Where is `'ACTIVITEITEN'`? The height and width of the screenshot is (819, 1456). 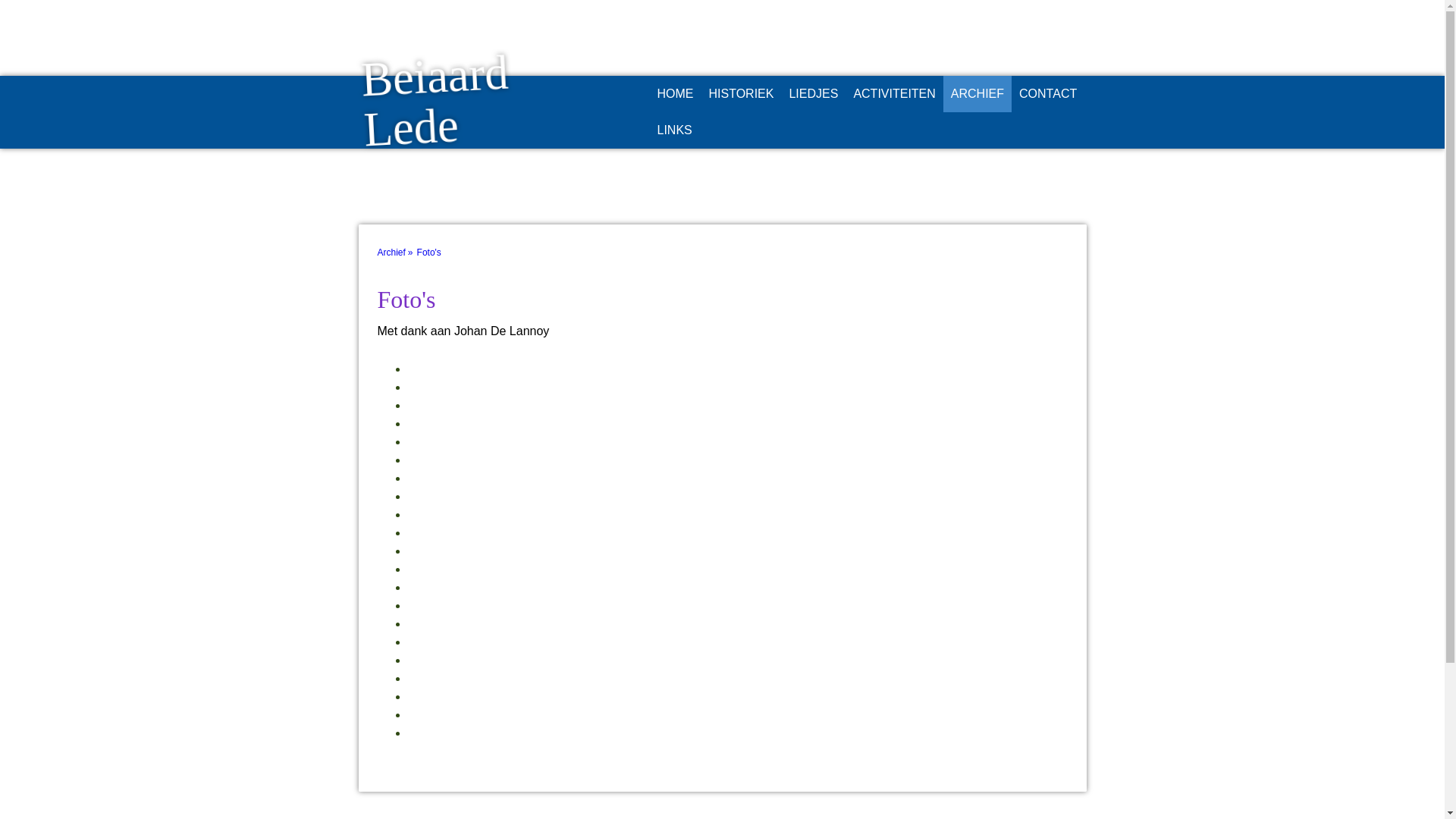 'ACTIVITEITEN' is located at coordinates (894, 93).